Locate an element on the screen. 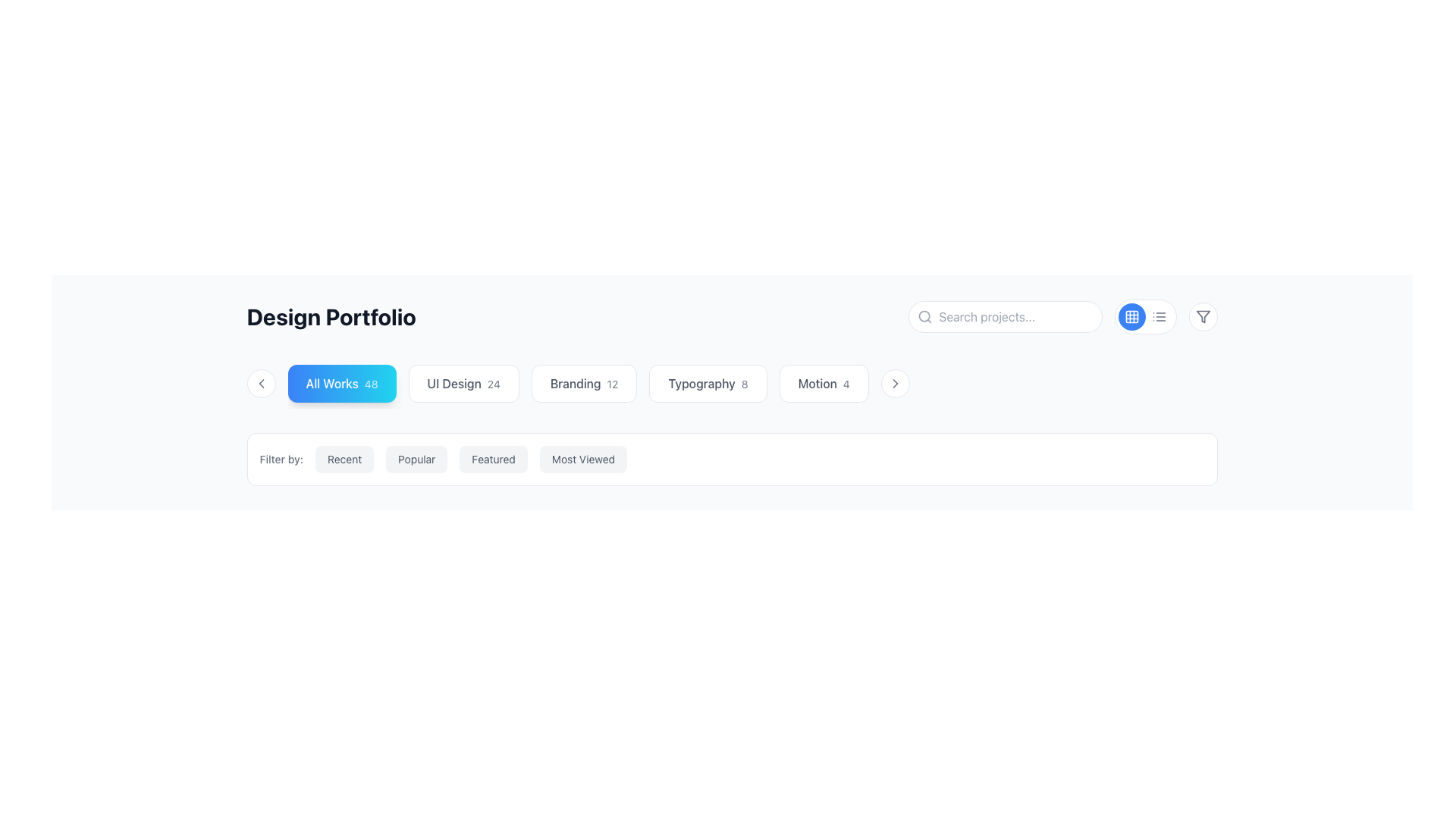  the navigation button for the 'UI Design' category, which is the second button in a horizontal list located between the 'All Works' and 'Branding' buttons is located at coordinates (463, 382).